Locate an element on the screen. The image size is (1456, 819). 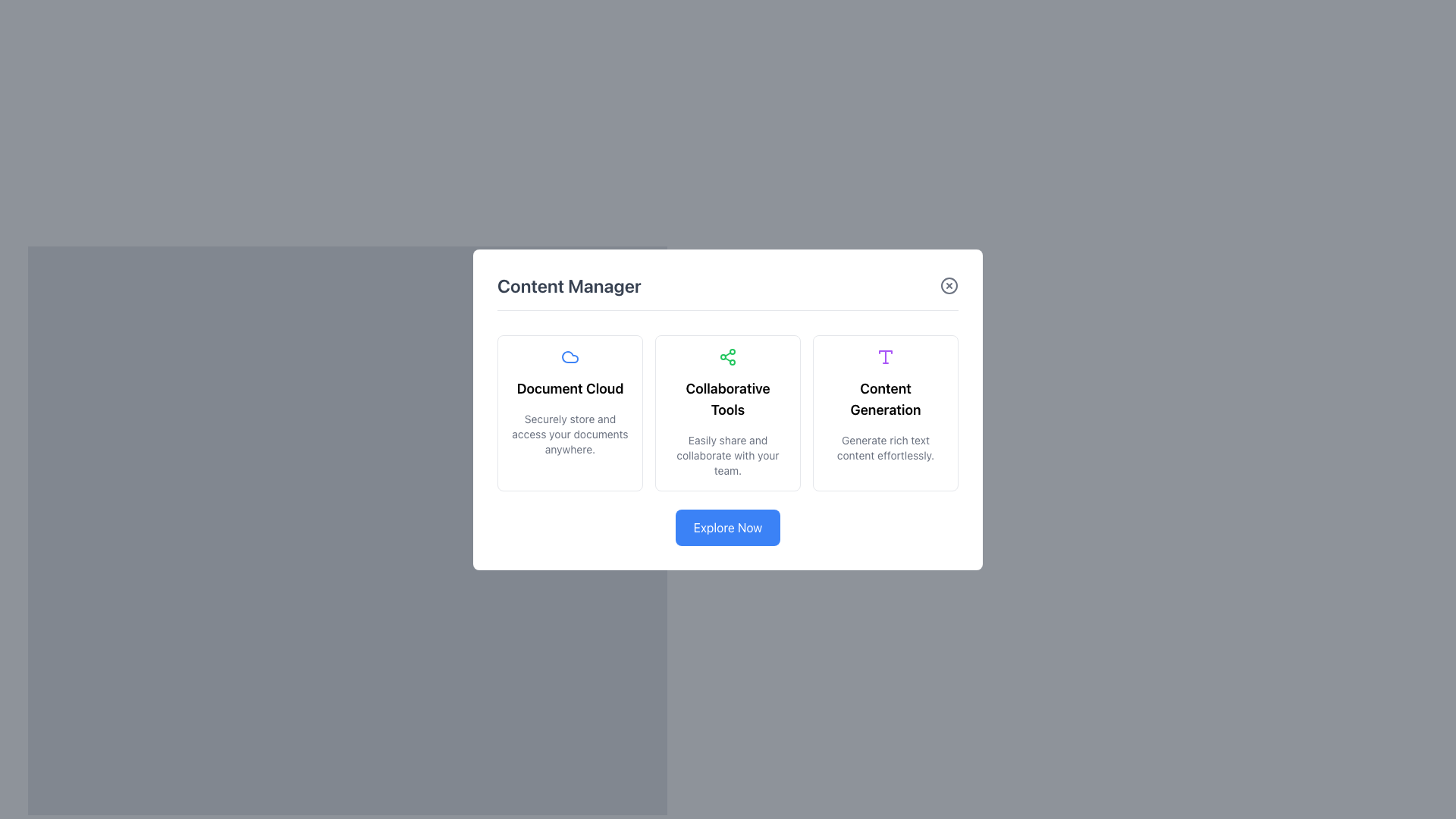
the circular 'close' button with an 'X' icon located in the top-right corner of the 'Content Manager' section to trigger the color change to red is located at coordinates (949, 285).